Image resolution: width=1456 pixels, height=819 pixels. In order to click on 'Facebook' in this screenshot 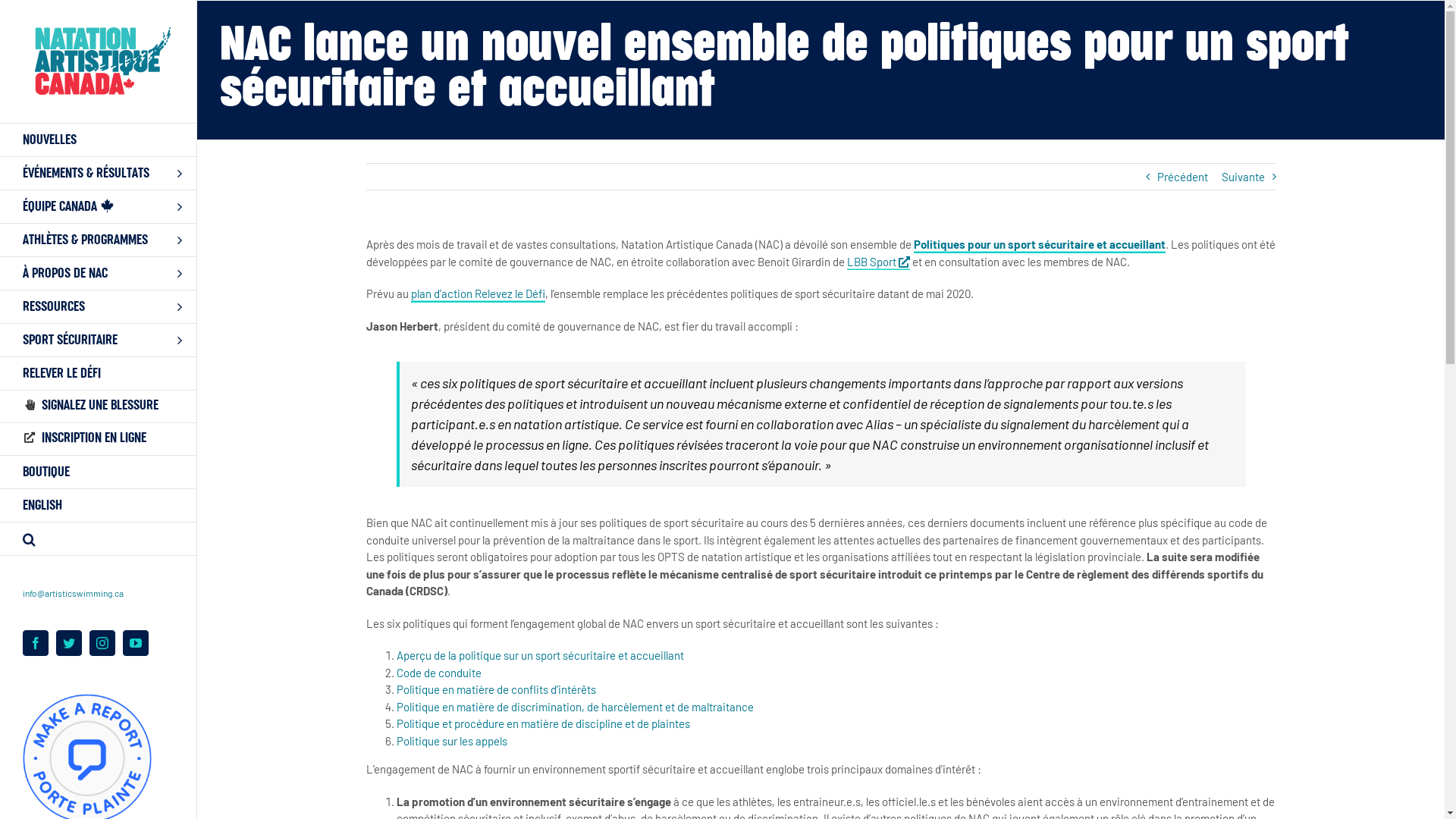, I will do `click(36, 643)`.